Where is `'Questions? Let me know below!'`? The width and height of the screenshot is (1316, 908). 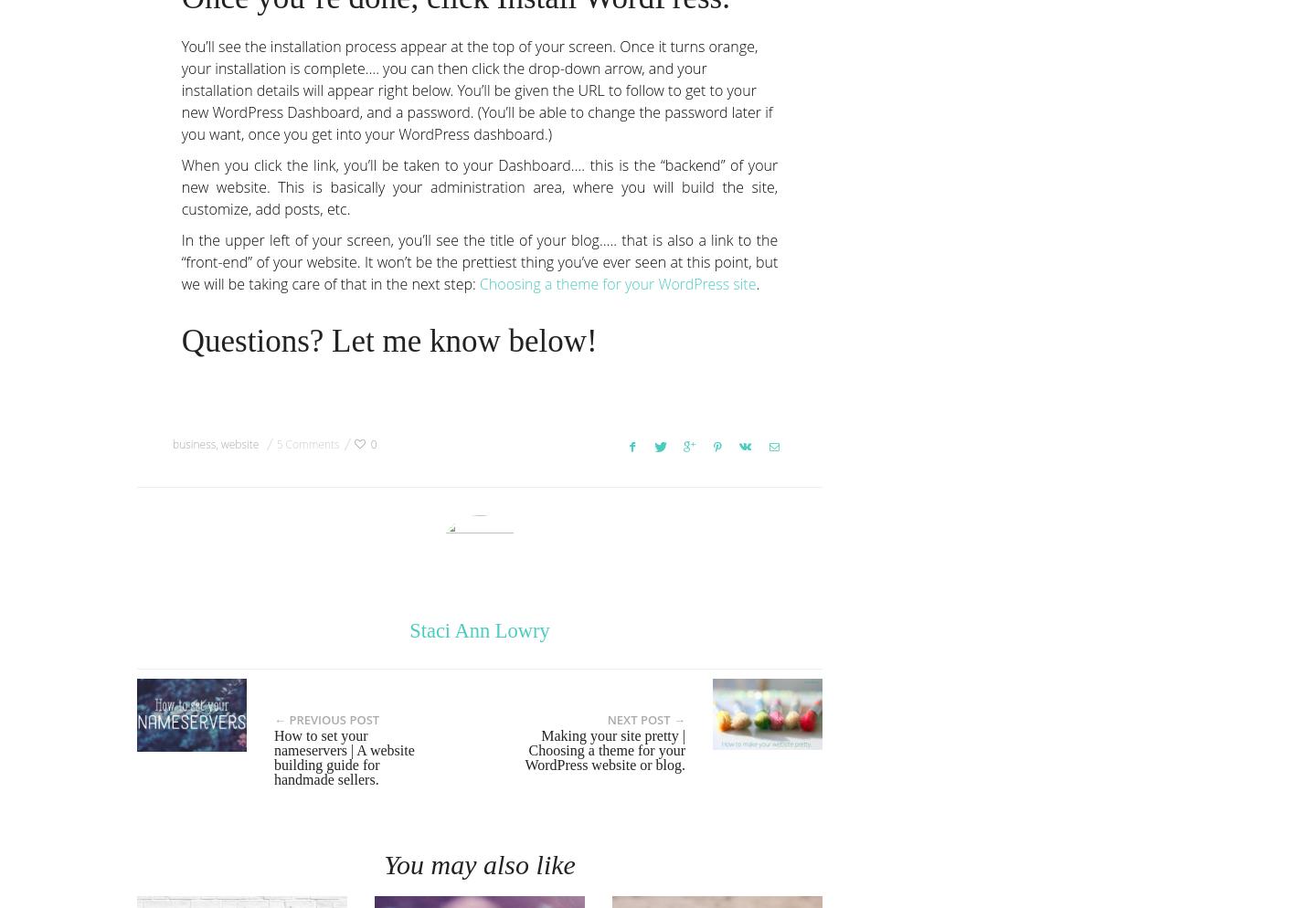 'Questions? Let me know below!' is located at coordinates (388, 340).